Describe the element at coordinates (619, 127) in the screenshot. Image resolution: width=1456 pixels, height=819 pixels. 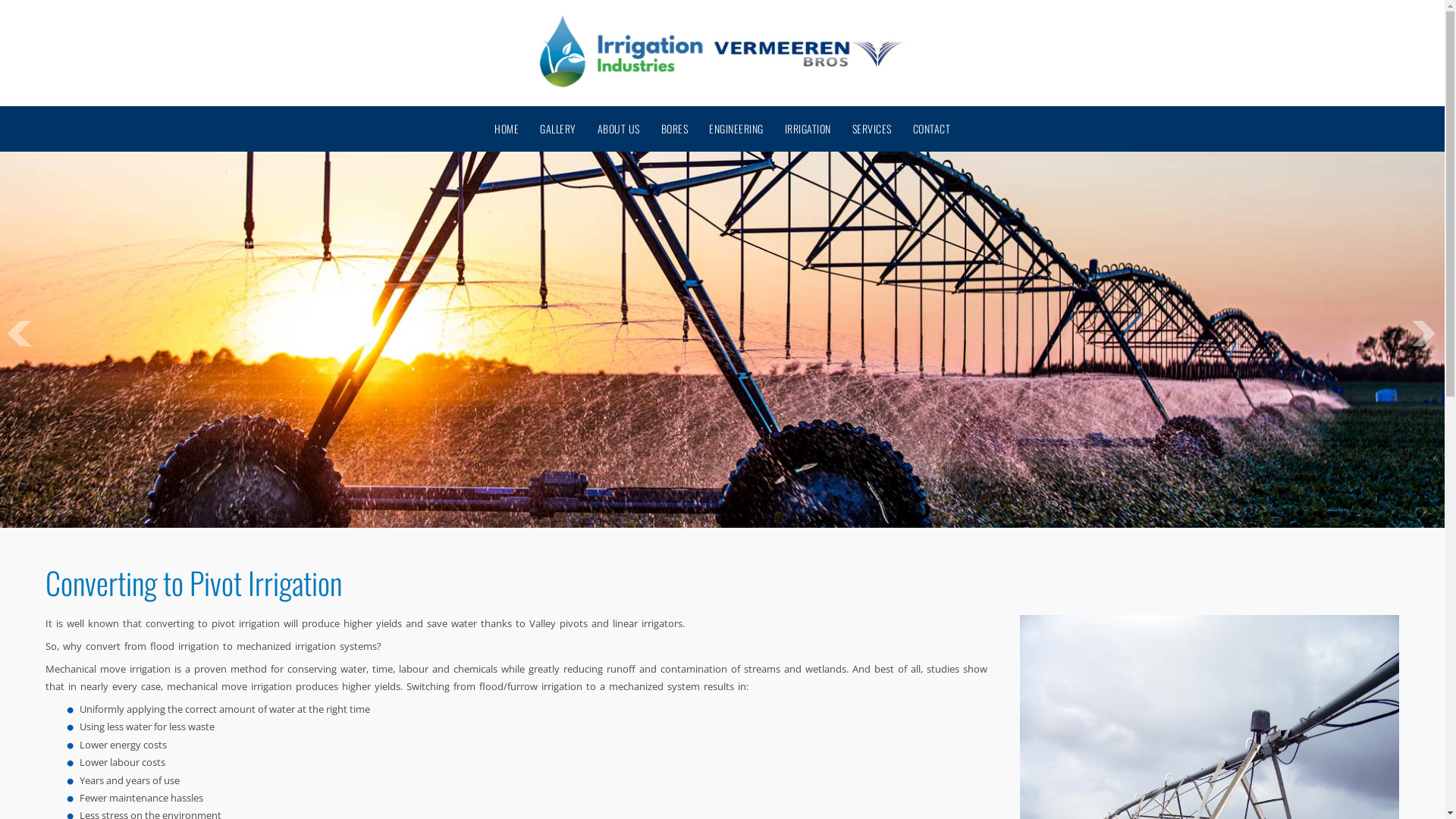
I see `'ABOUT US'` at that location.